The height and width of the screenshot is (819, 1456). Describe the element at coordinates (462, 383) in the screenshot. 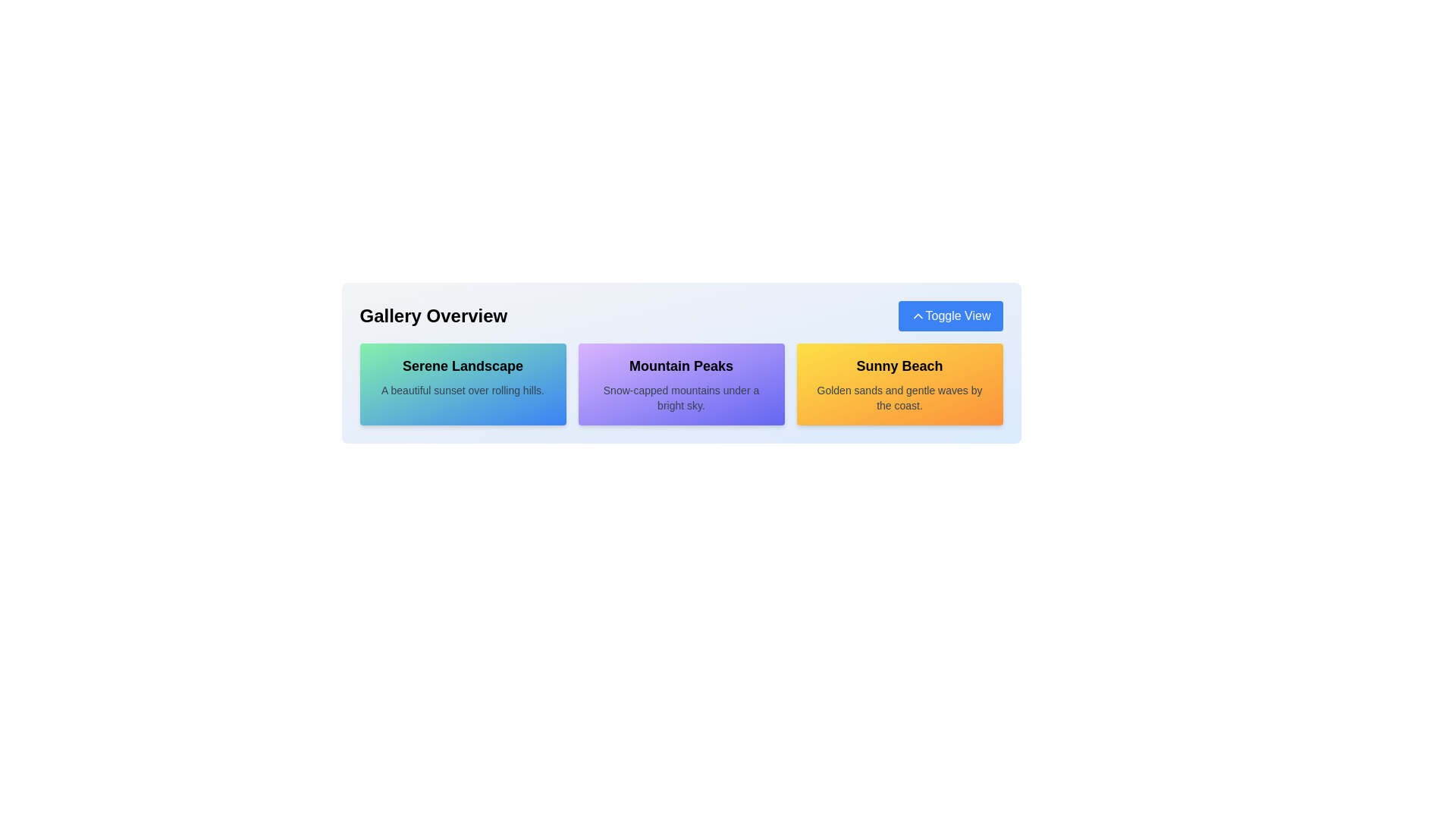

I see `the Text block with a gradient-styled background that describes 'Serene Landscape', located in the first cell of a three-column layout` at that location.